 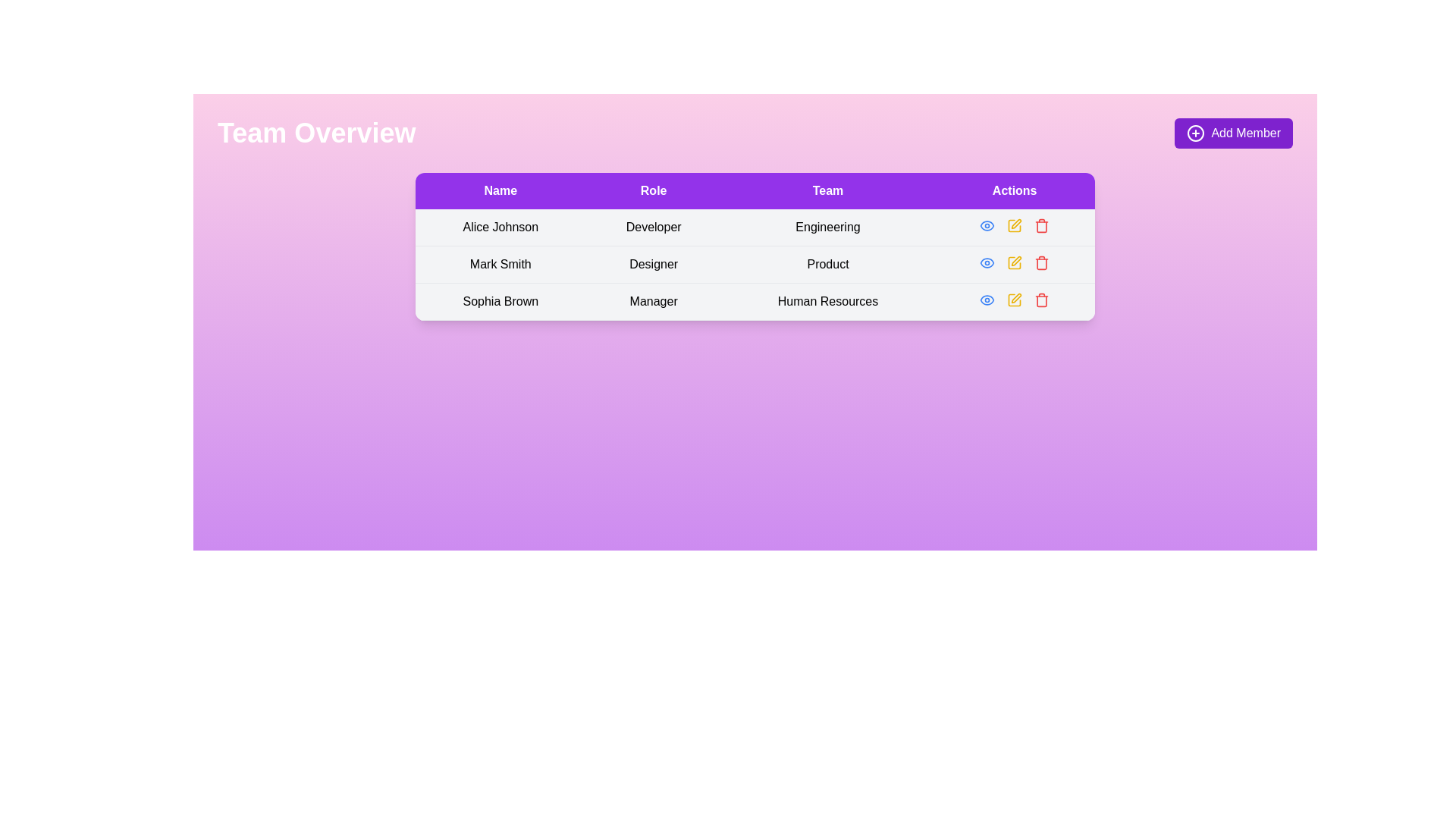 I want to click on the first table row displaying team member 'Alice Johnson', who is a Developer in the Engineering team, so click(x=755, y=227).